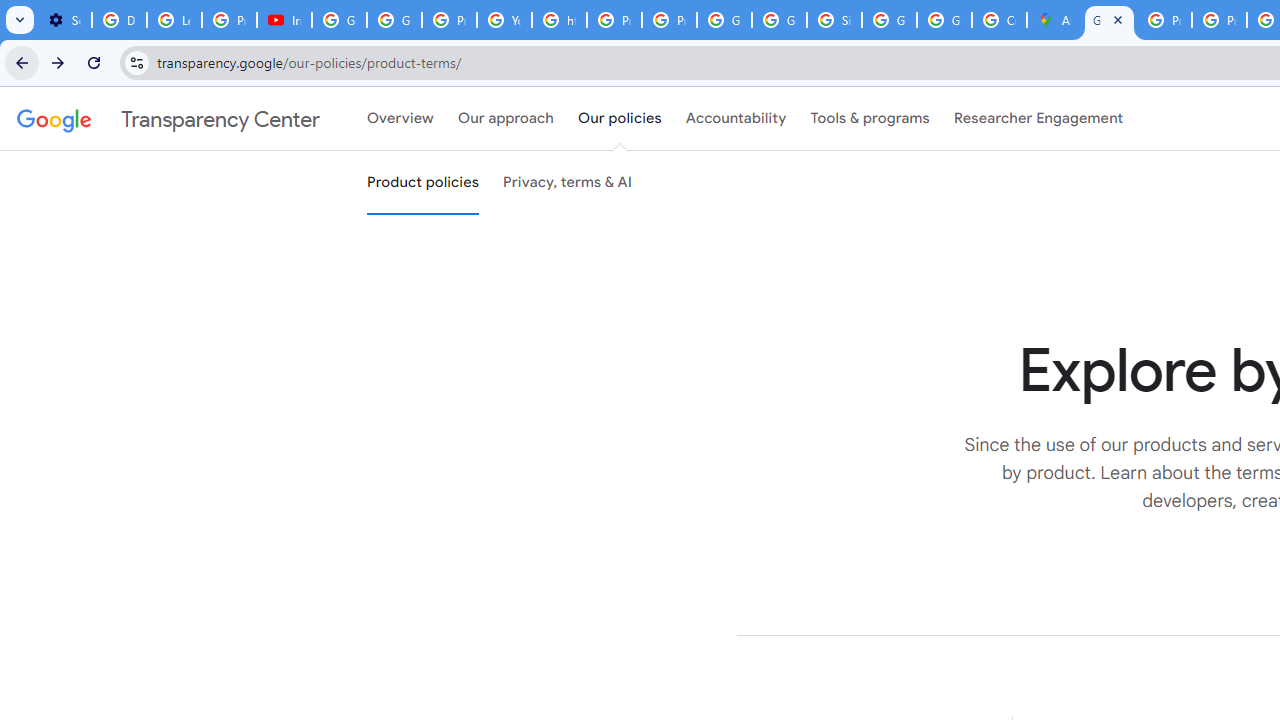 The image size is (1280, 720). What do you see at coordinates (64, 20) in the screenshot?
I see `'Settings - Performance'` at bounding box center [64, 20].